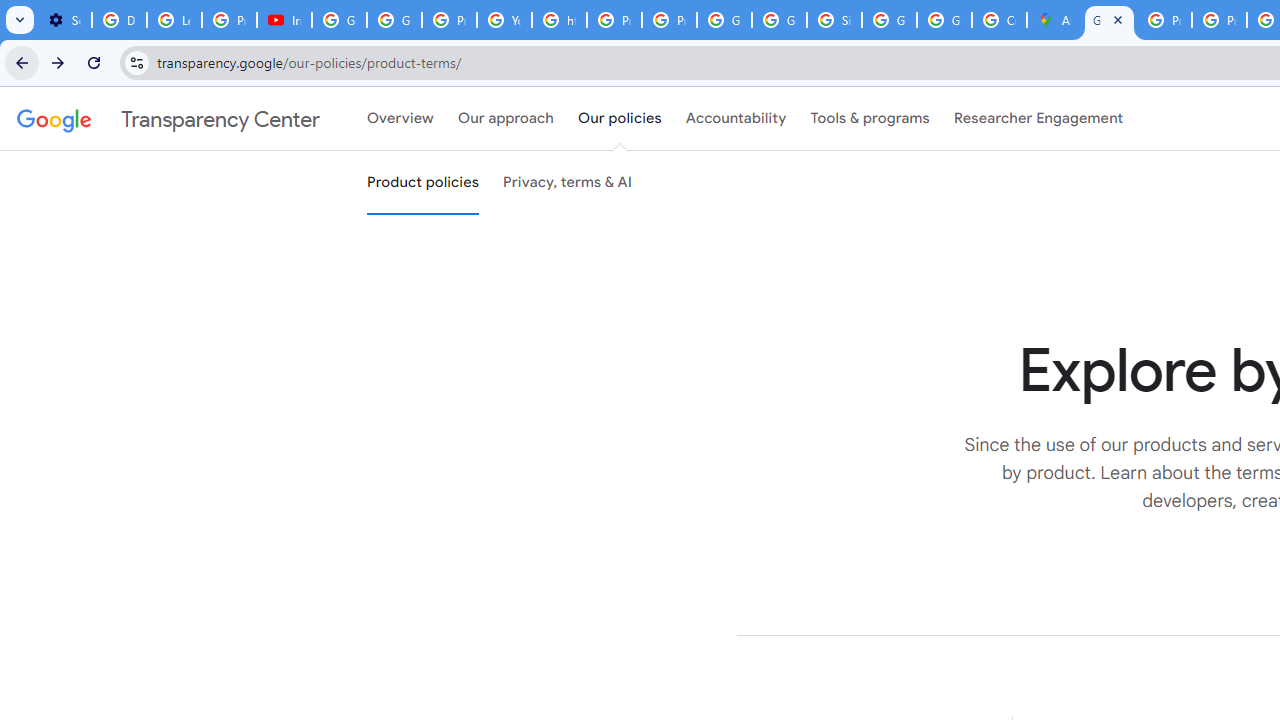 The image size is (1280, 720). What do you see at coordinates (64, 20) in the screenshot?
I see `'Settings - Performance'` at bounding box center [64, 20].